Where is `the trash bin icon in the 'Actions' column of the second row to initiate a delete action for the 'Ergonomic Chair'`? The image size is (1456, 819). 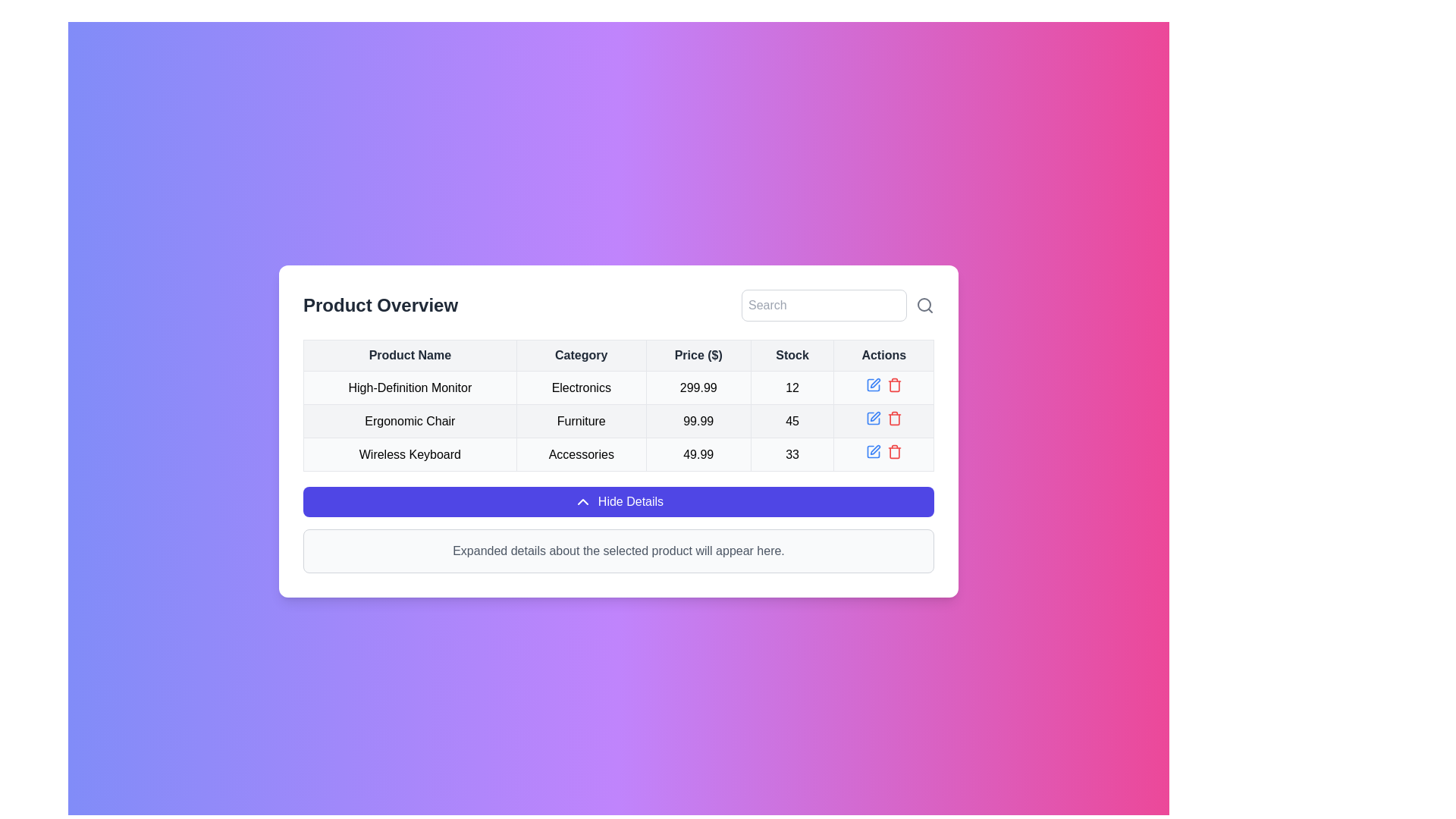 the trash bin icon in the 'Actions' column of the second row to initiate a delete action for the 'Ergonomic Chair' is located at coordinates (894, 384).